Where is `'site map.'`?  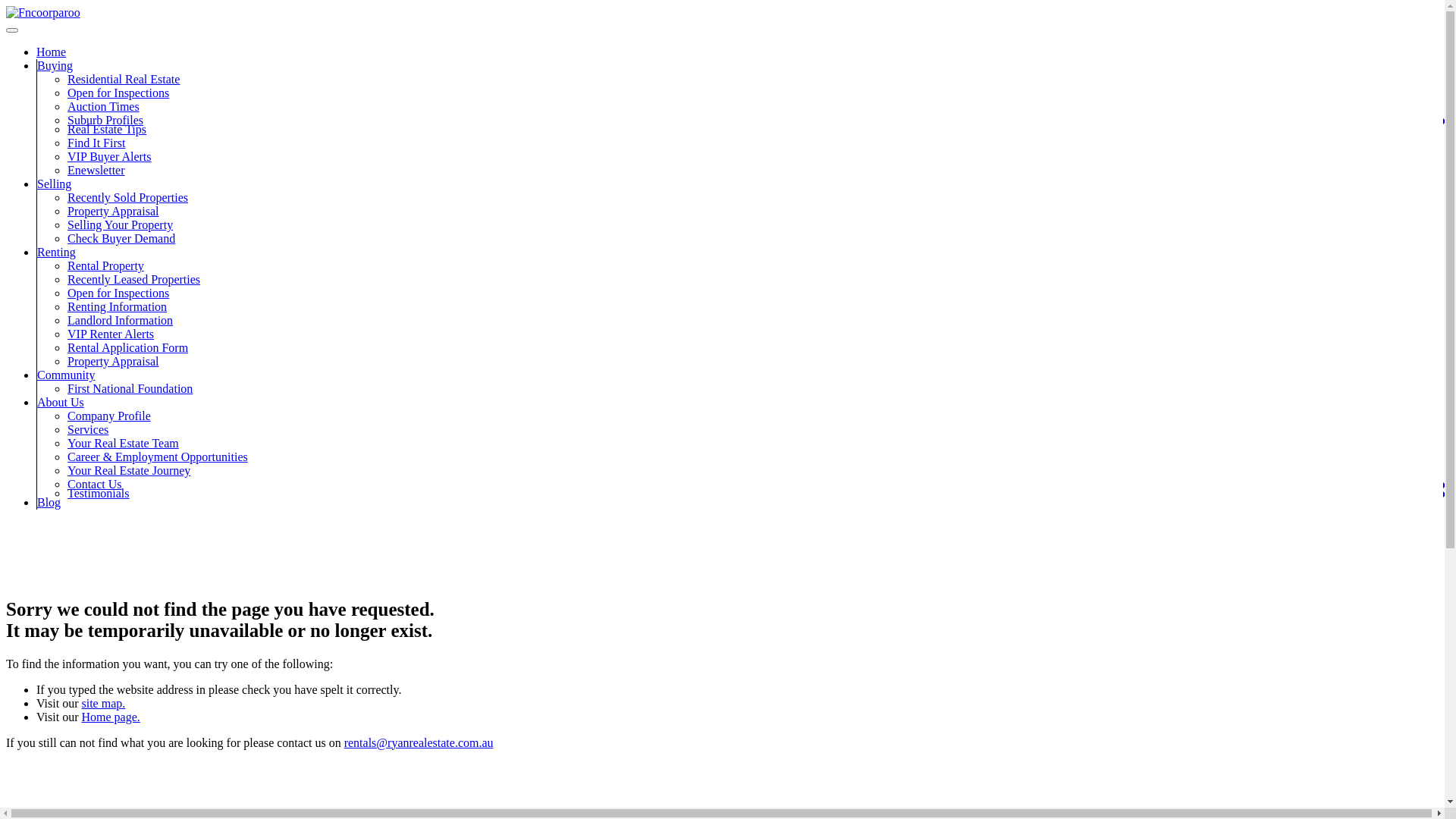
'site map.' is located at coordinates (102, 702).